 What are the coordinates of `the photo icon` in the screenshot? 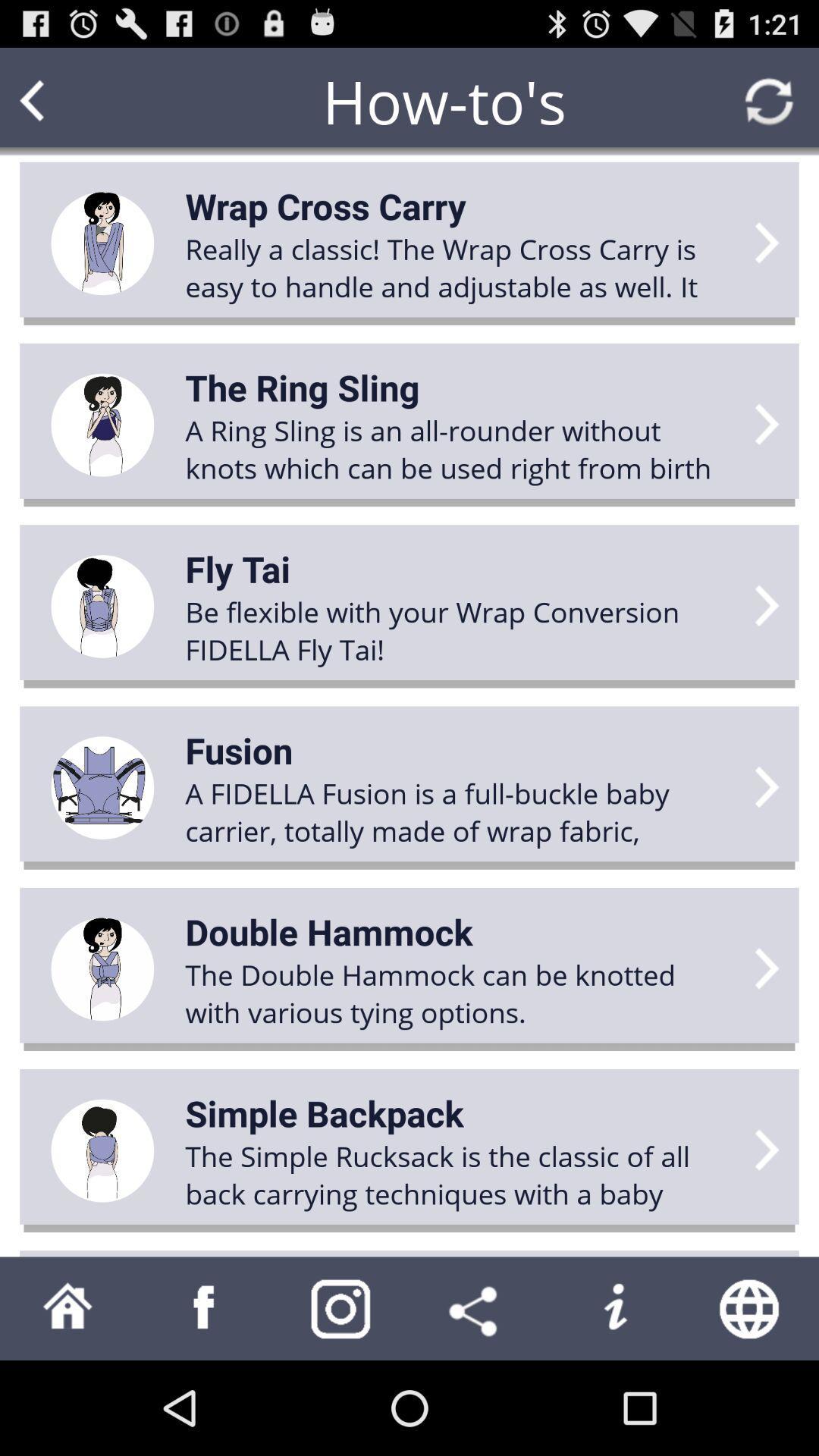 It's located at (341, 1400).